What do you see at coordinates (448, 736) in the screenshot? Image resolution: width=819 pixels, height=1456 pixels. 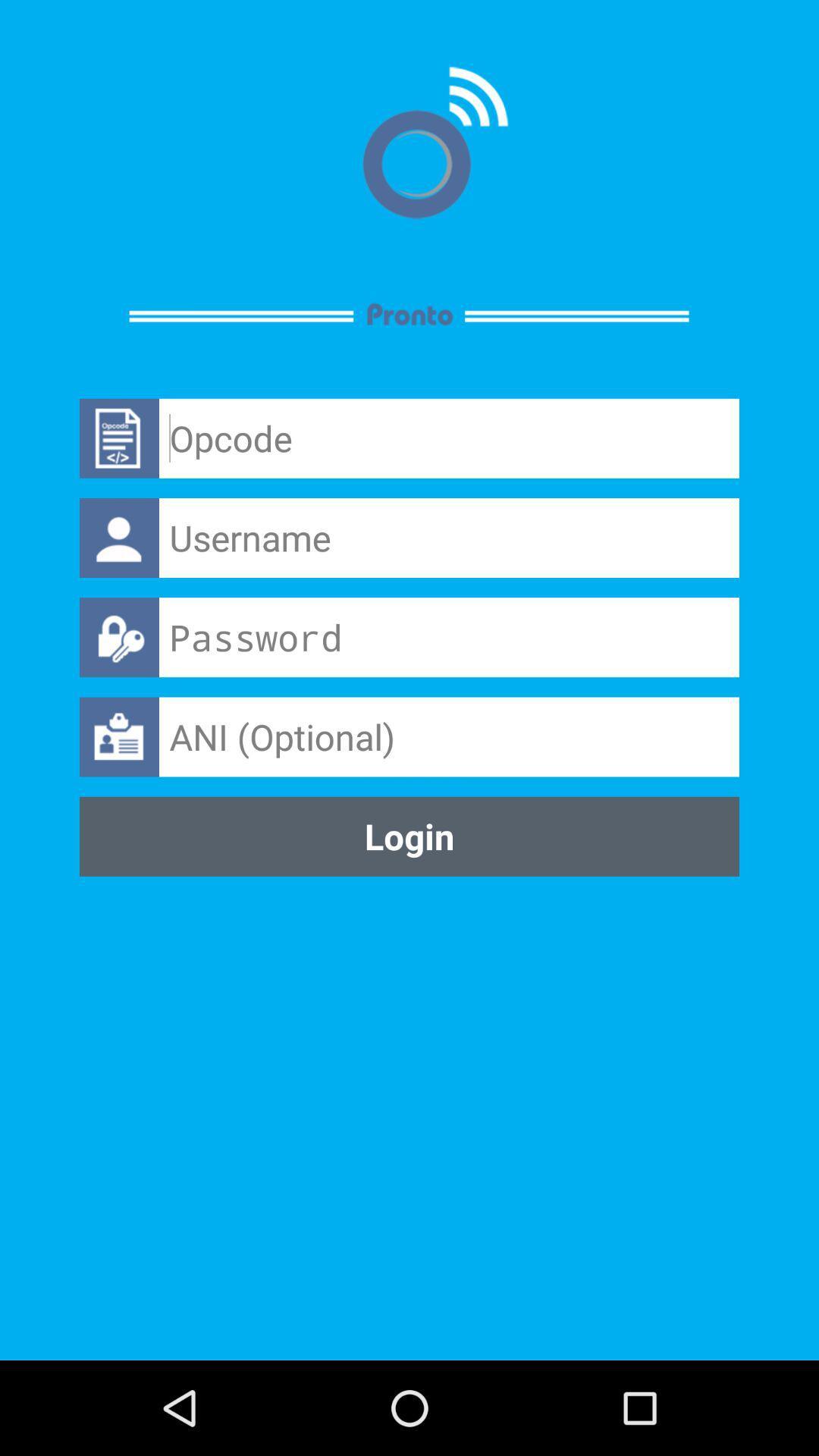 I see `the ani` at bounding box center [448, 736].